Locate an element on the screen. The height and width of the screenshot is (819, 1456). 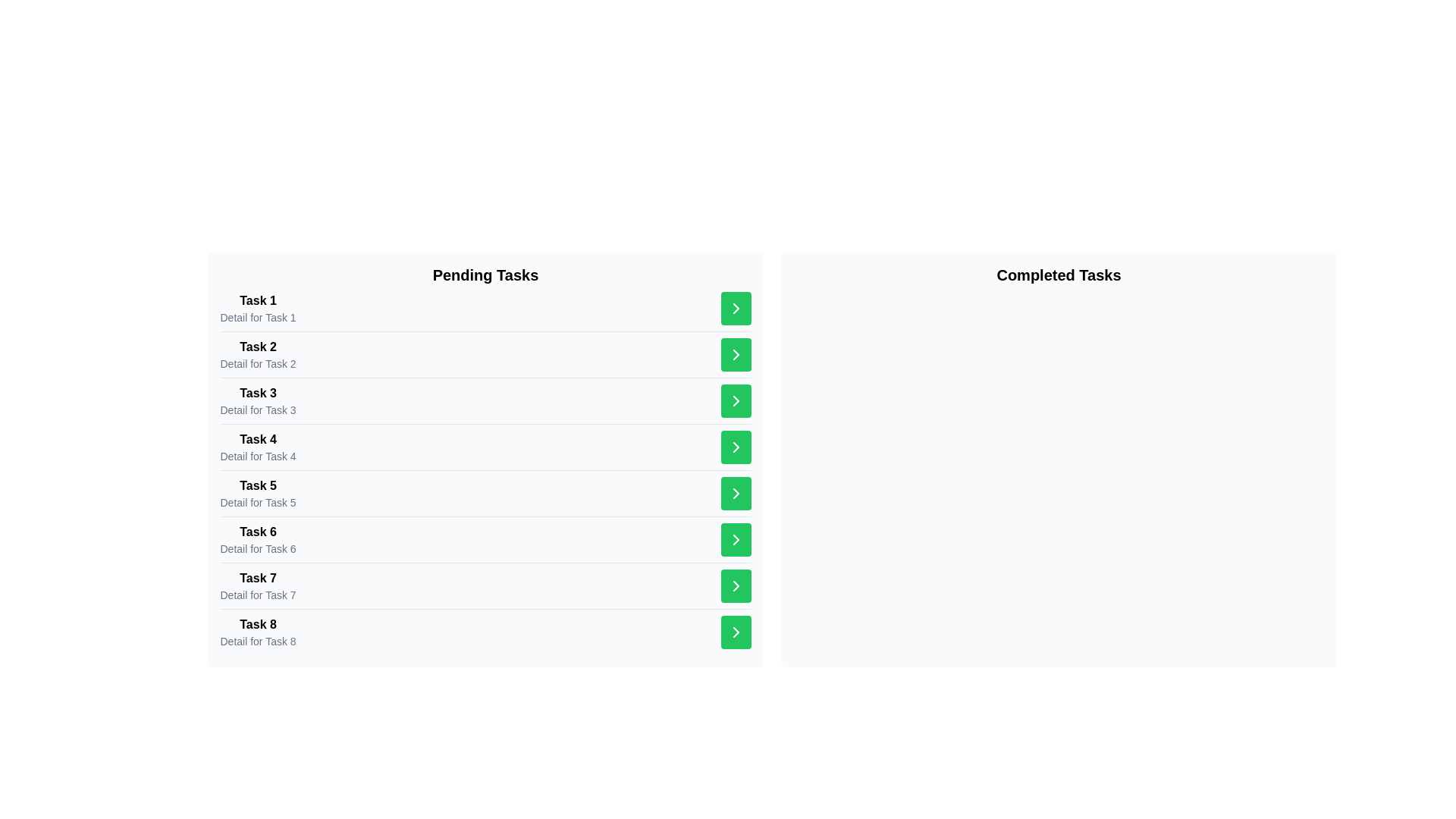
the seventh item in the 'Pending Tasks' list, which provides details about 'Task 7' and includes an actionable button is located at coordinates (485, 585).